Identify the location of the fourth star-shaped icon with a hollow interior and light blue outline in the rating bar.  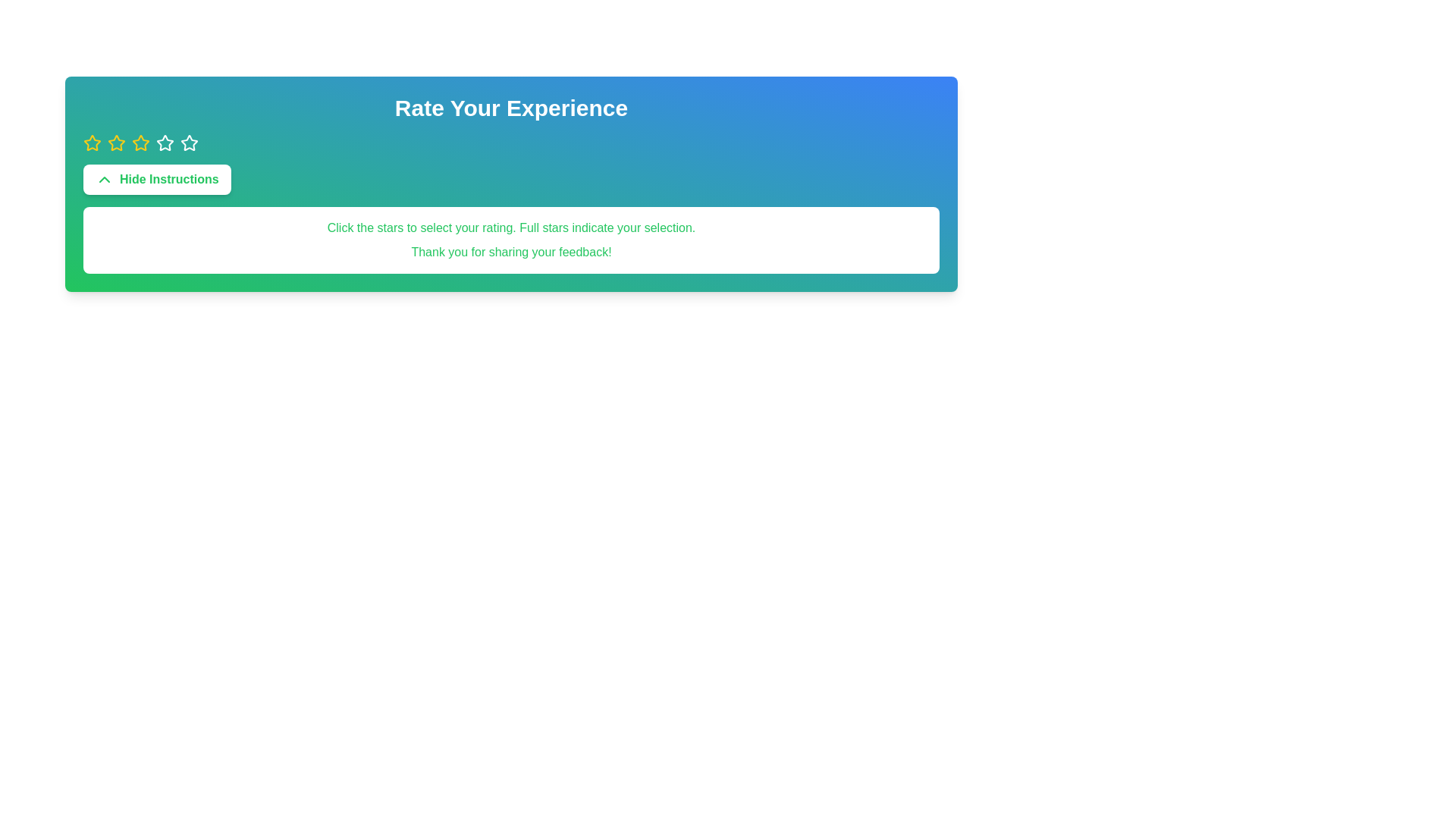
(188, 143).